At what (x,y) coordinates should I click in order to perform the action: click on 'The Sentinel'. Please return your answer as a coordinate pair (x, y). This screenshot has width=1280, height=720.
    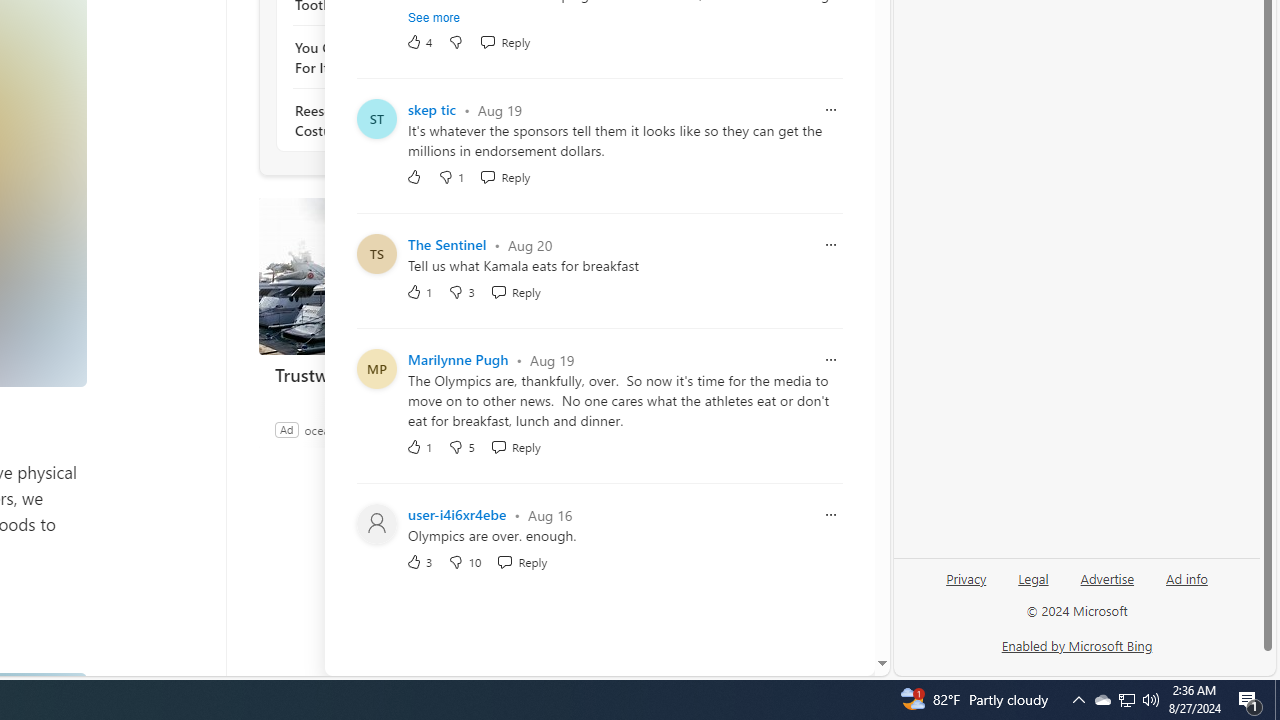
    Looking at the image, I should click on (446, 243).